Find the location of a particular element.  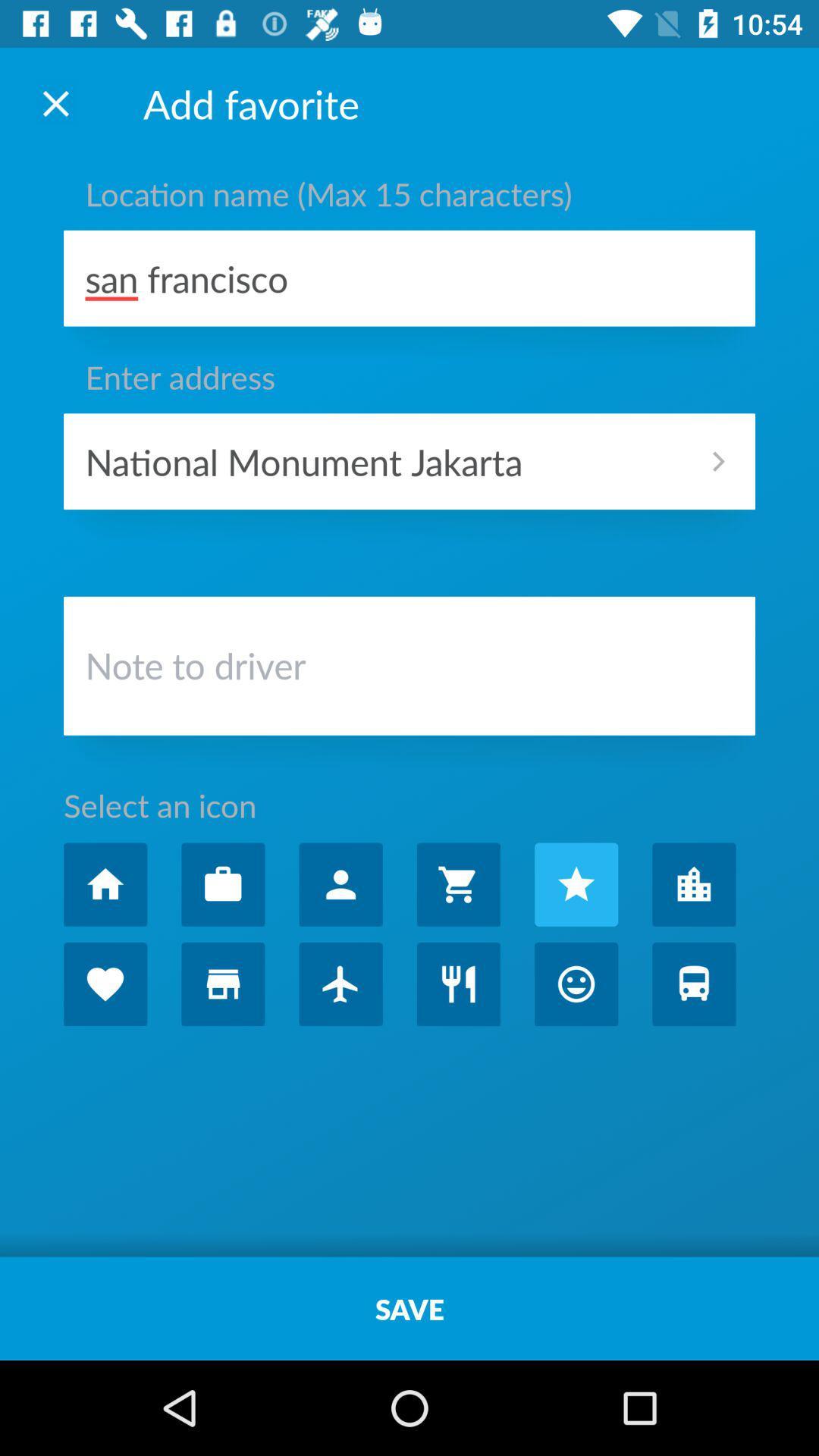

work is located at coordinates (223, 884).